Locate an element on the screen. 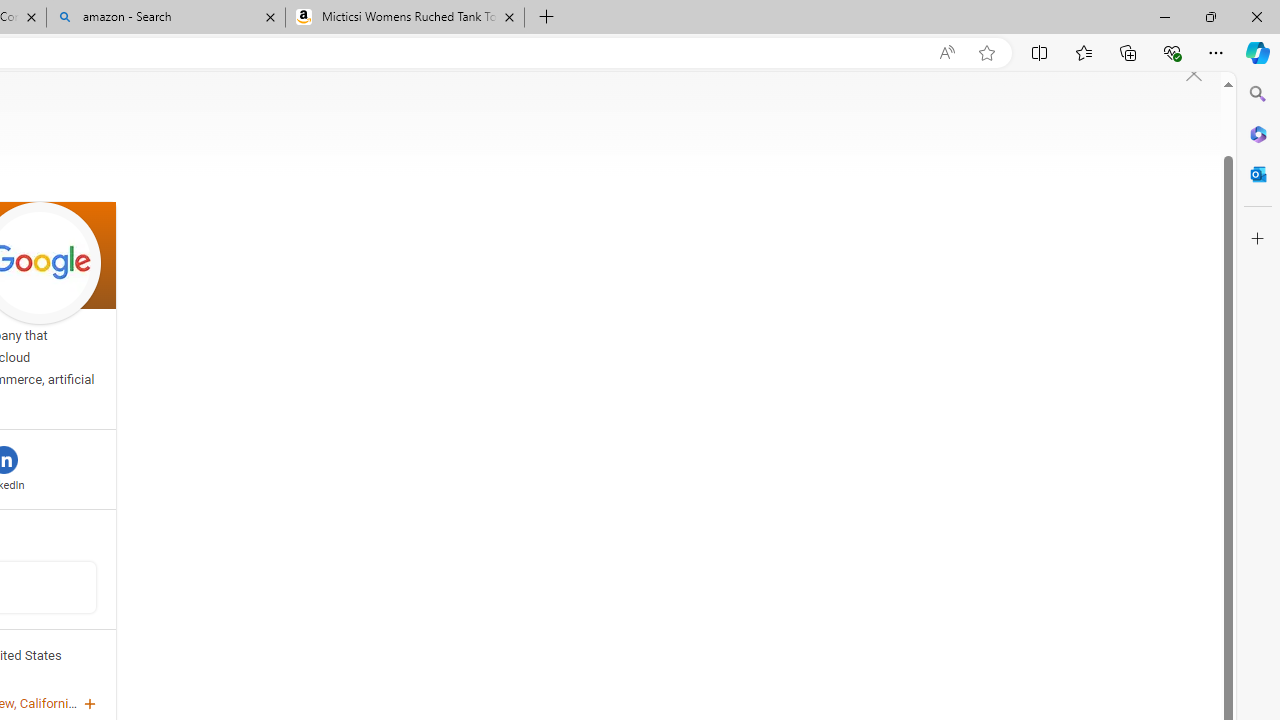 The height and width of the screenshot is (720, 1280). 'Browser essentials' is located at coordinates (1171, 51).